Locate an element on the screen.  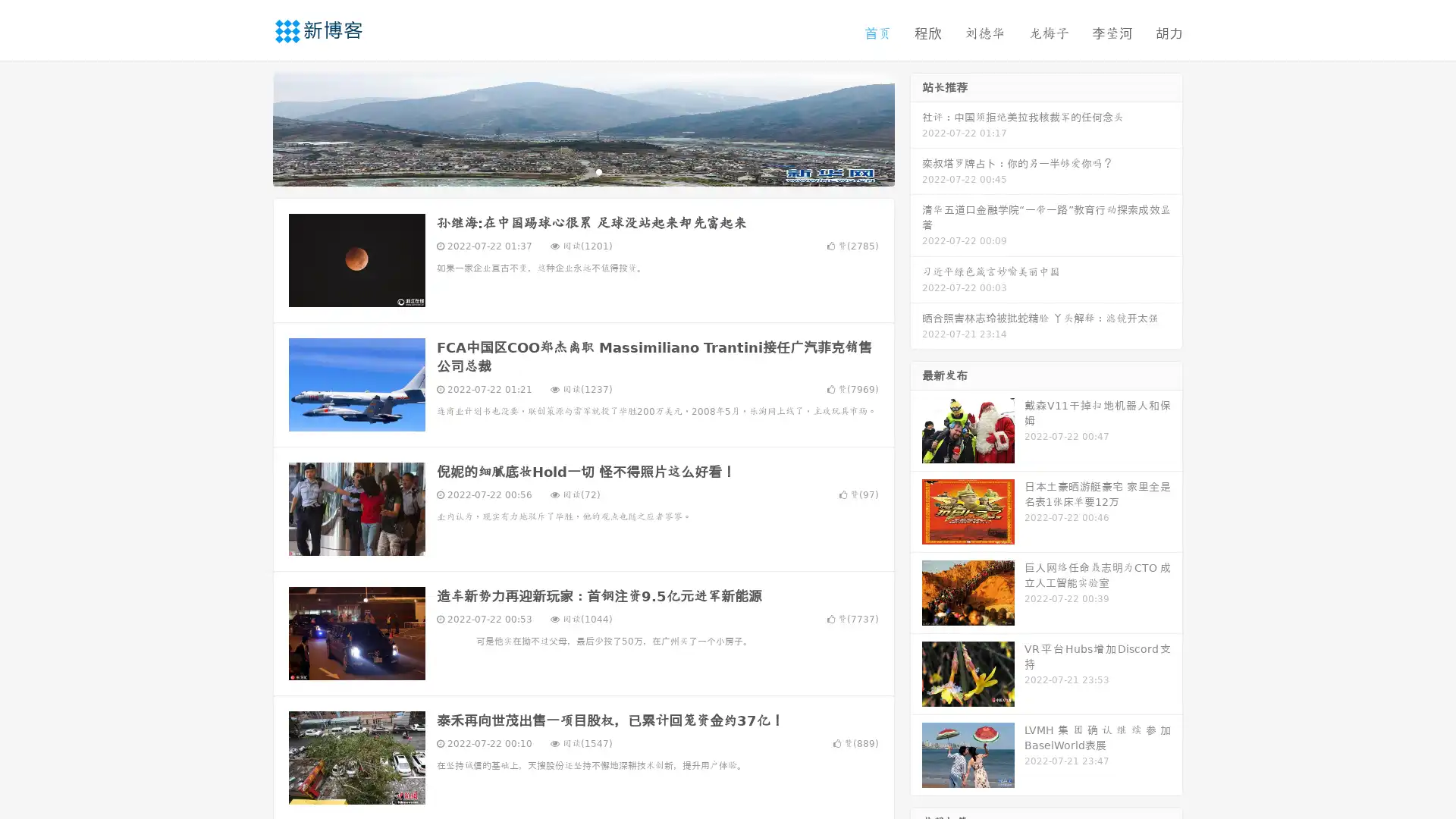
Go to slide 1 is located at coordinates (567, 171).